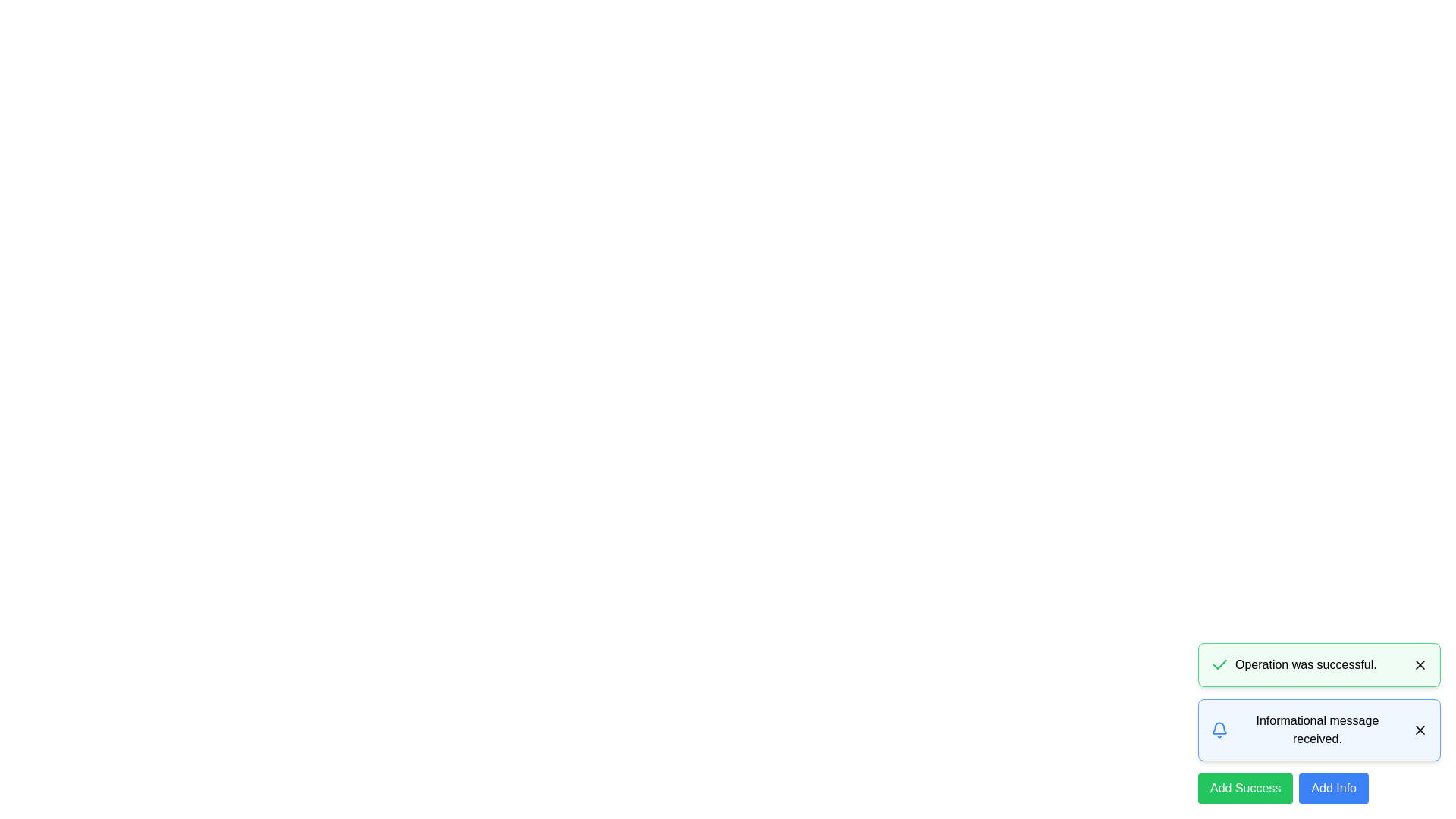  I want to click on the informational notification message display, which is aligned to the left of a bell icon, so click(1316, 730).